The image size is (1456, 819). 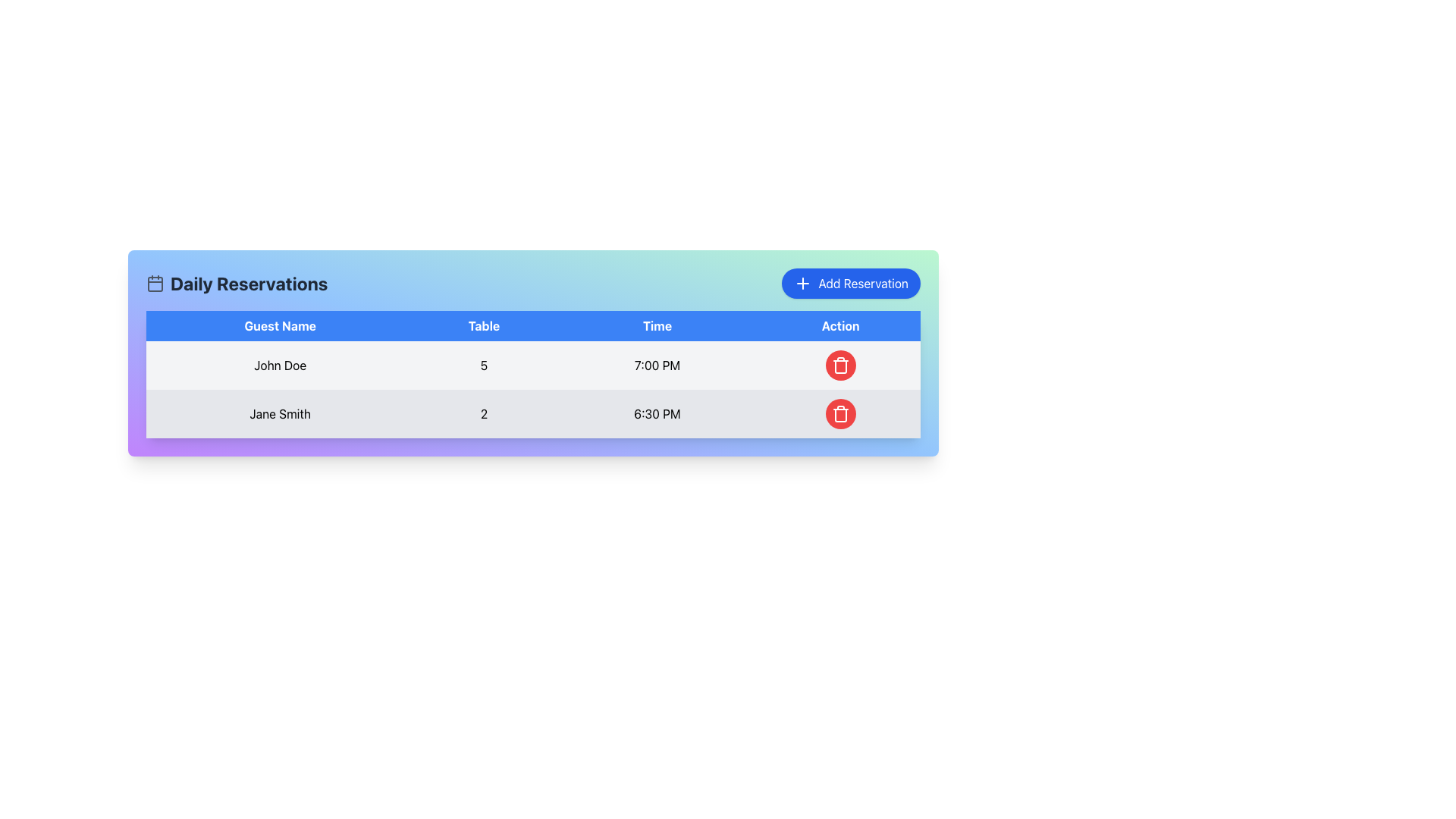 I want to click on the static text displaying the table number for the reservation belonging to 'Jane Smith', located in the second cell under the 'Table' column, so click(x=483, y=414).